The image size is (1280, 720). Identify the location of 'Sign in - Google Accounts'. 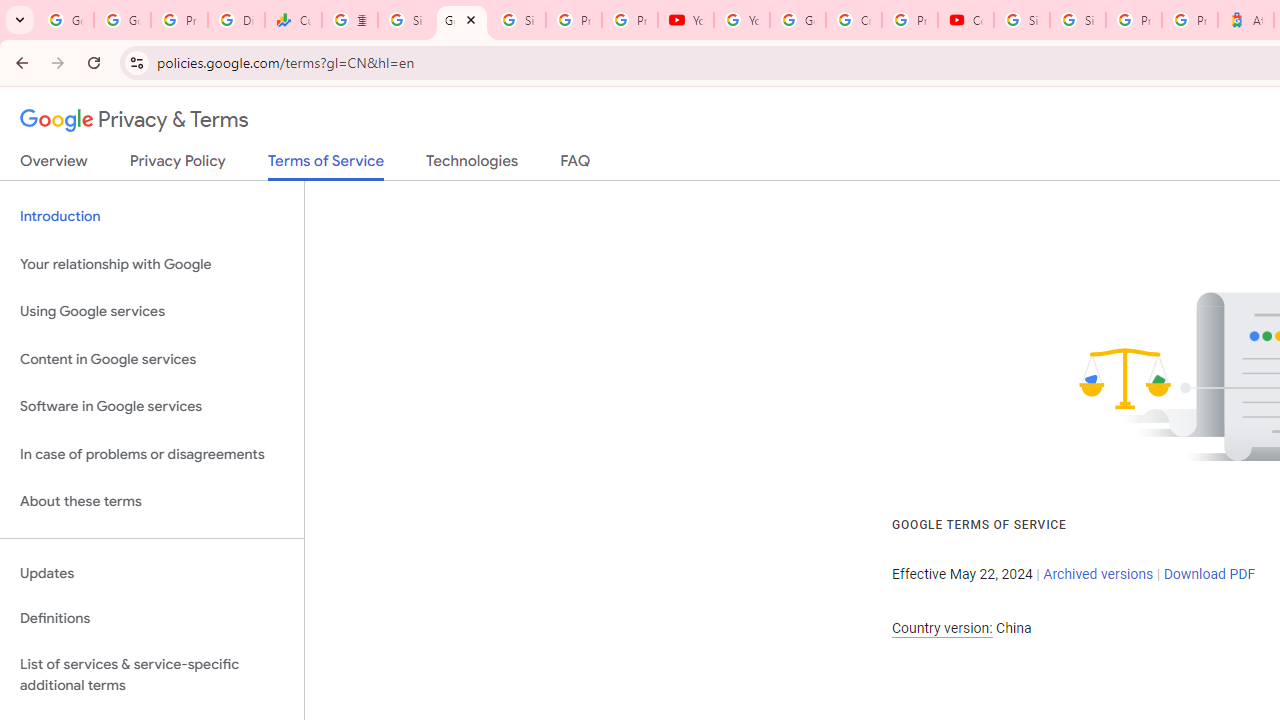
(404, 20).